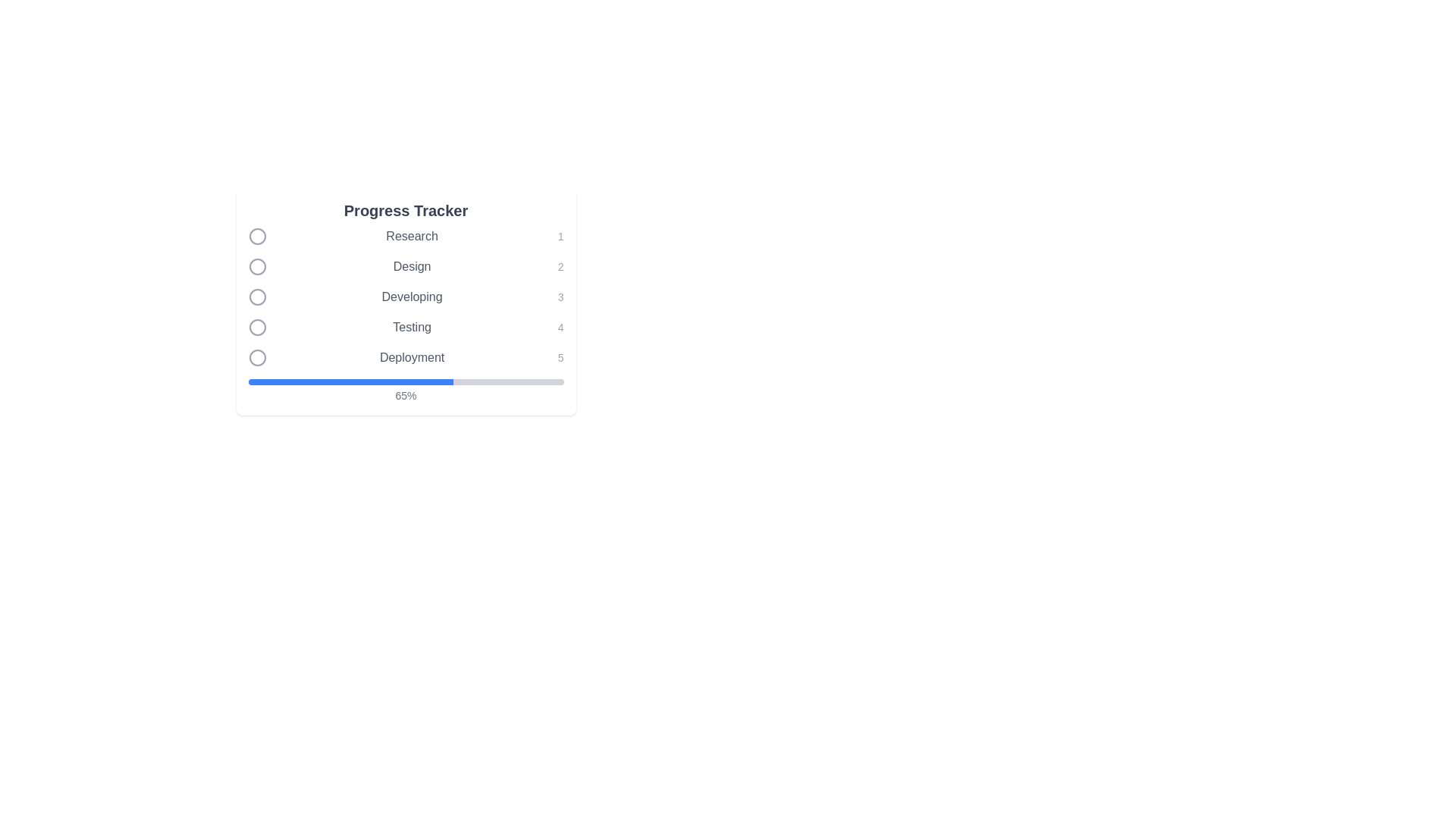  Describe the element at coordinates (406, 391) in the screenshot. I see `the progress bar indicating 65% completion, which is the bottommost element in the progress tracker` at that location.